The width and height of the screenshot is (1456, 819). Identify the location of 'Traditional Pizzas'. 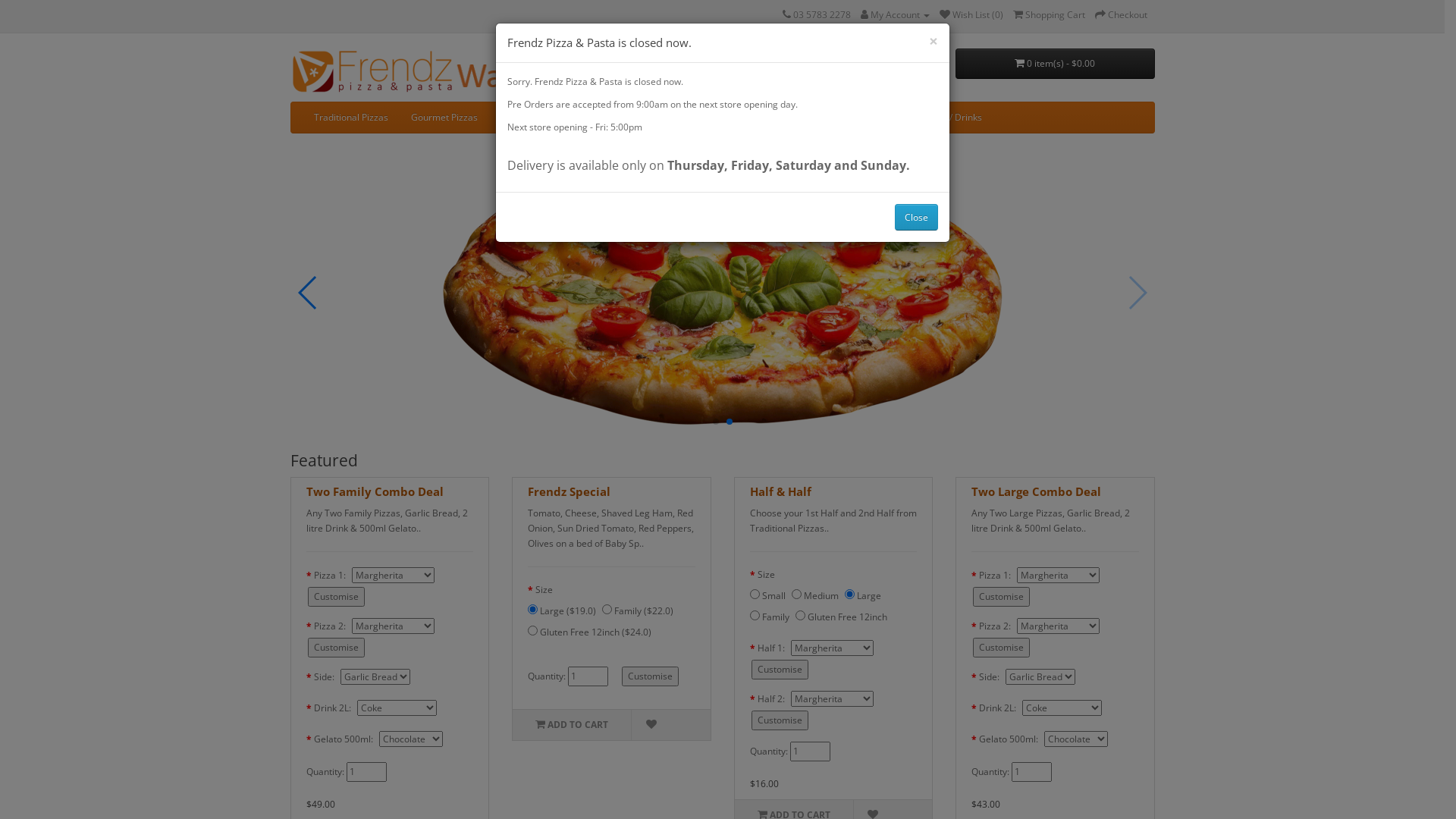
(349, 116).